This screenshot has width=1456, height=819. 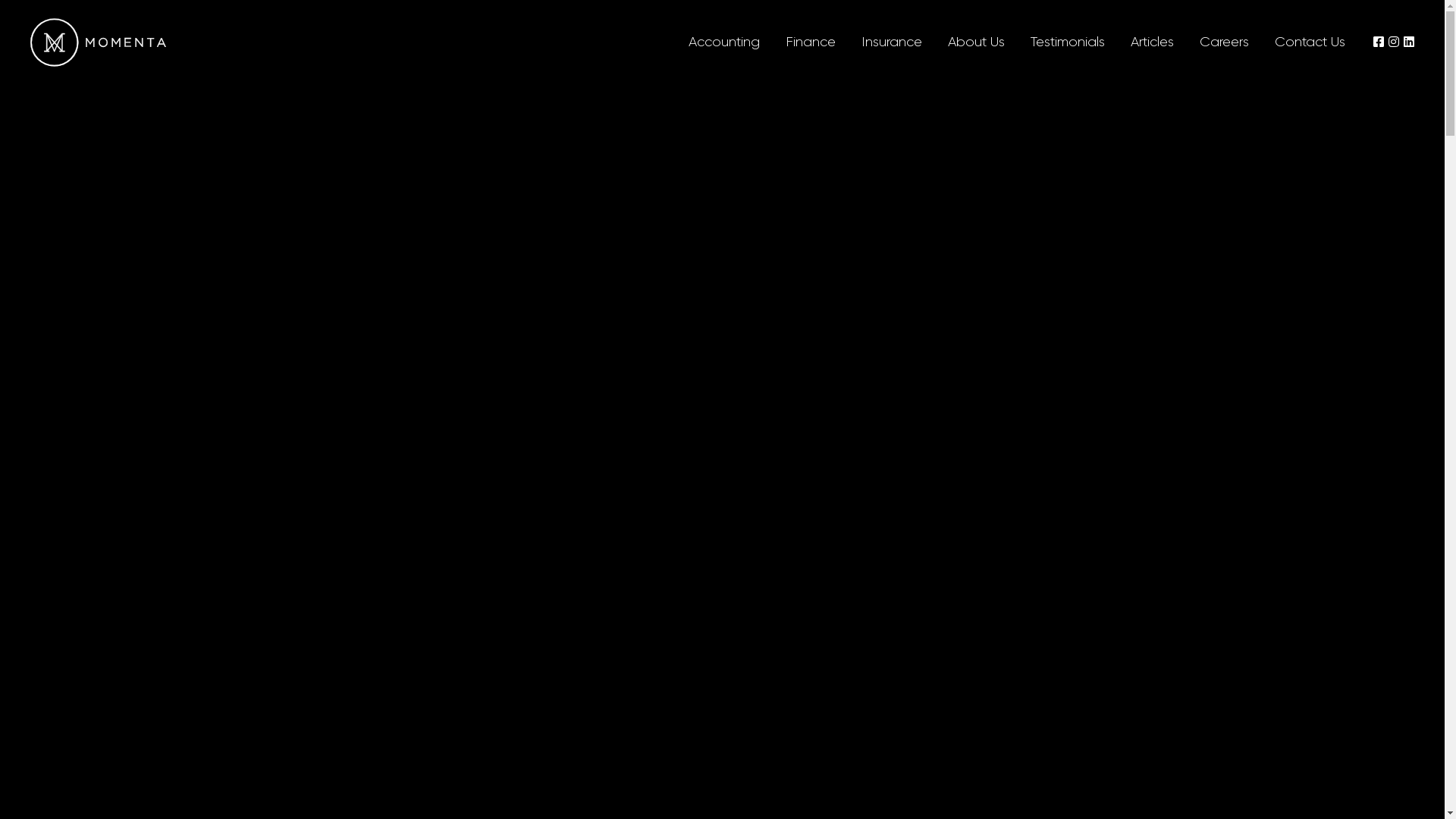 What do you see at coordinates (810, 42) in the screenshot?
I see `'Finance'` at bounding box center [810, 42].